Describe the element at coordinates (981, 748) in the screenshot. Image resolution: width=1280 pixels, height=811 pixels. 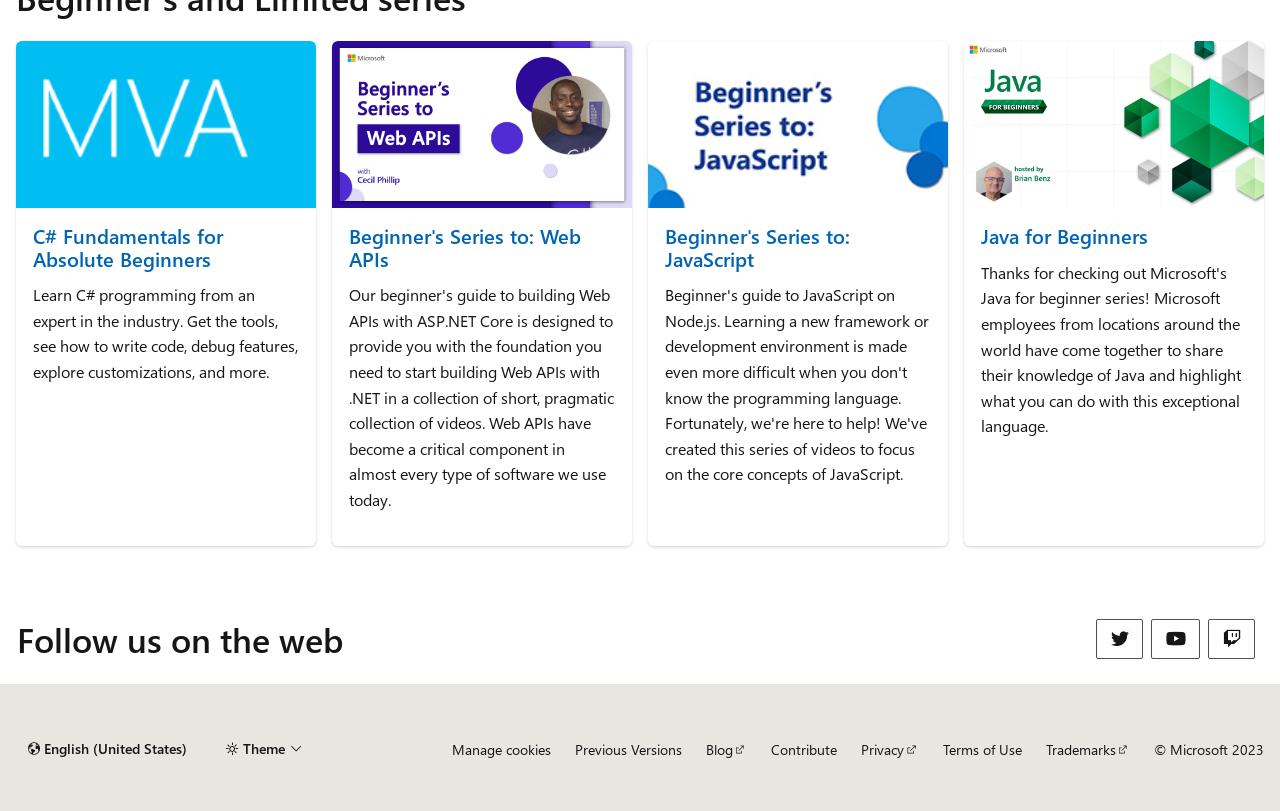
I see `'Terms of Use'` at that location.